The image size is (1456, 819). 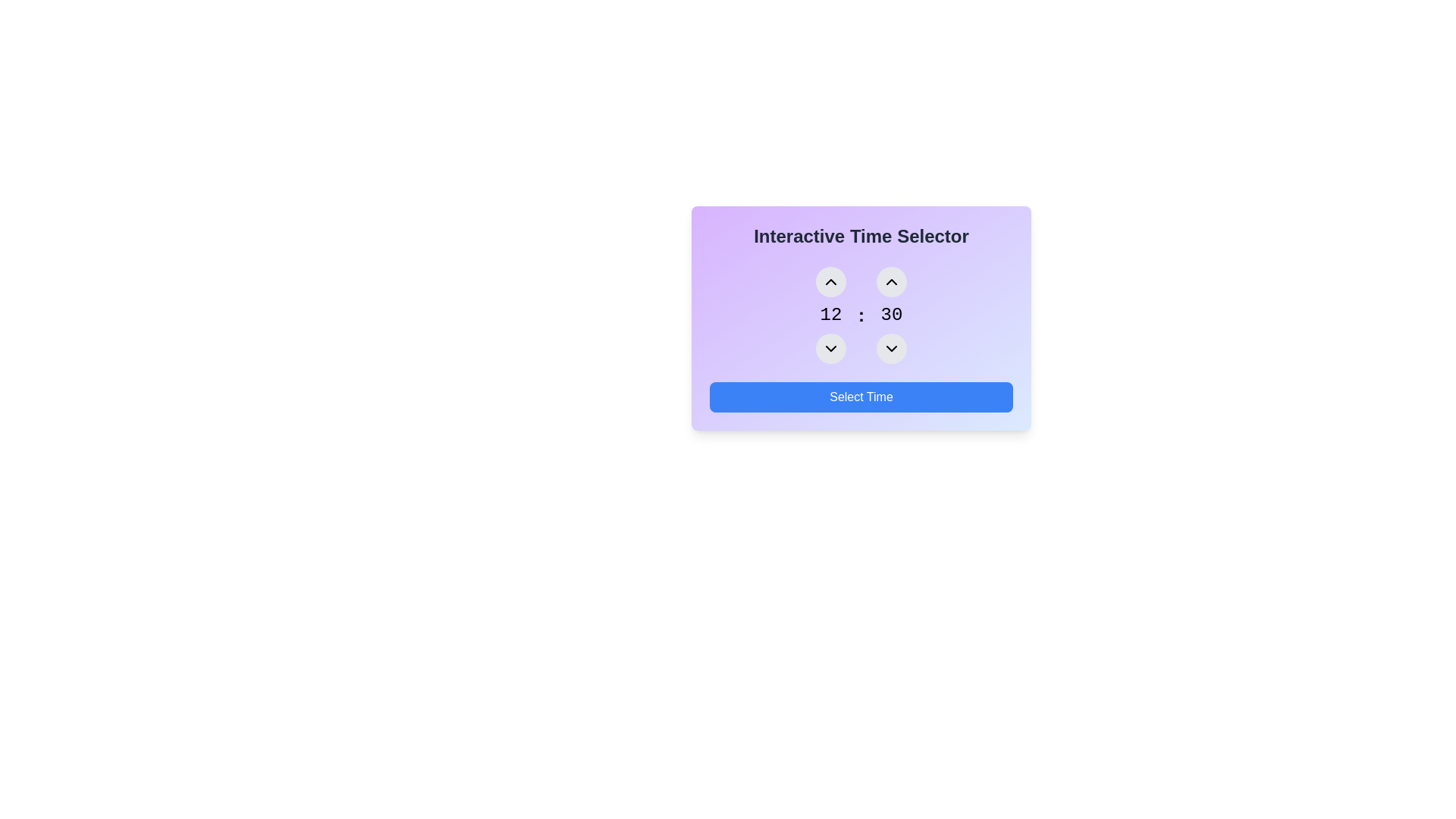 I want to click on the colon Text element that separates hours and minutes in the time selector interface, positioned between the numeric values 12 and 30, so click(x=861, y=315).